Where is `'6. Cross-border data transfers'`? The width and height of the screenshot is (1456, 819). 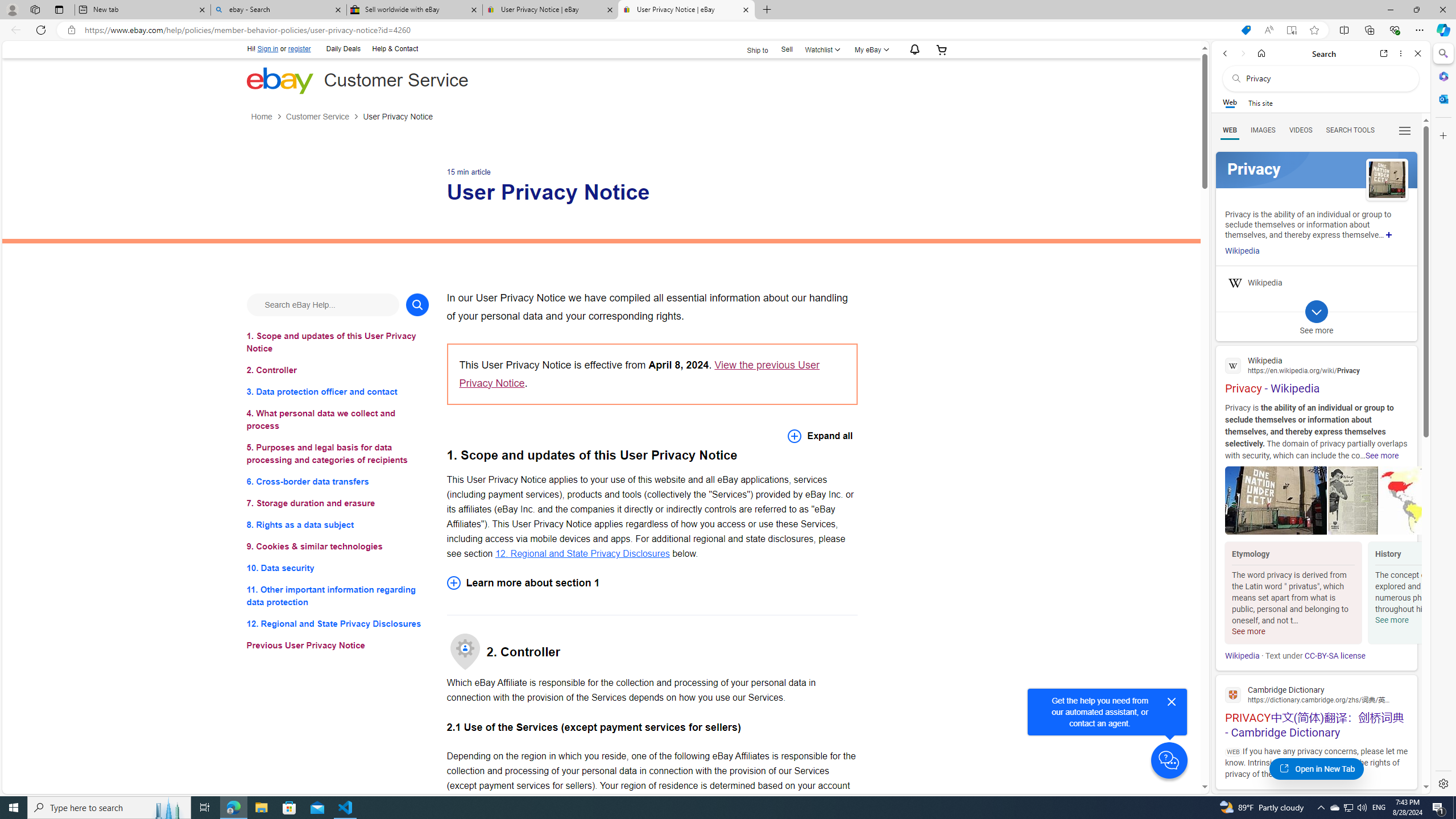
'6. Cross-border data transfers' is located at coordinates (337, 481).